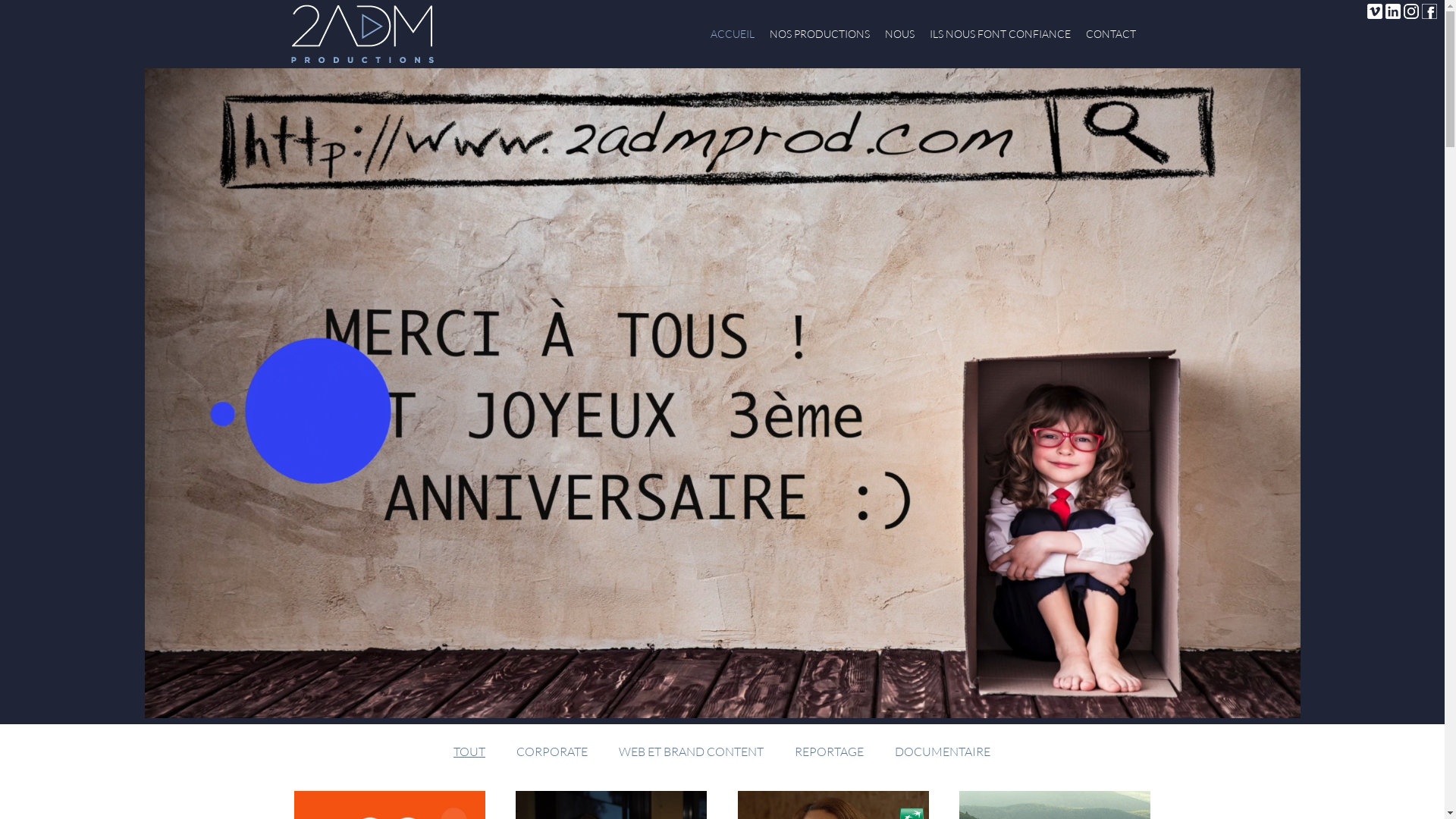 The image size is (1456, 819). I want to click on 'DOCUMENTAIRE', so click(942, 752).